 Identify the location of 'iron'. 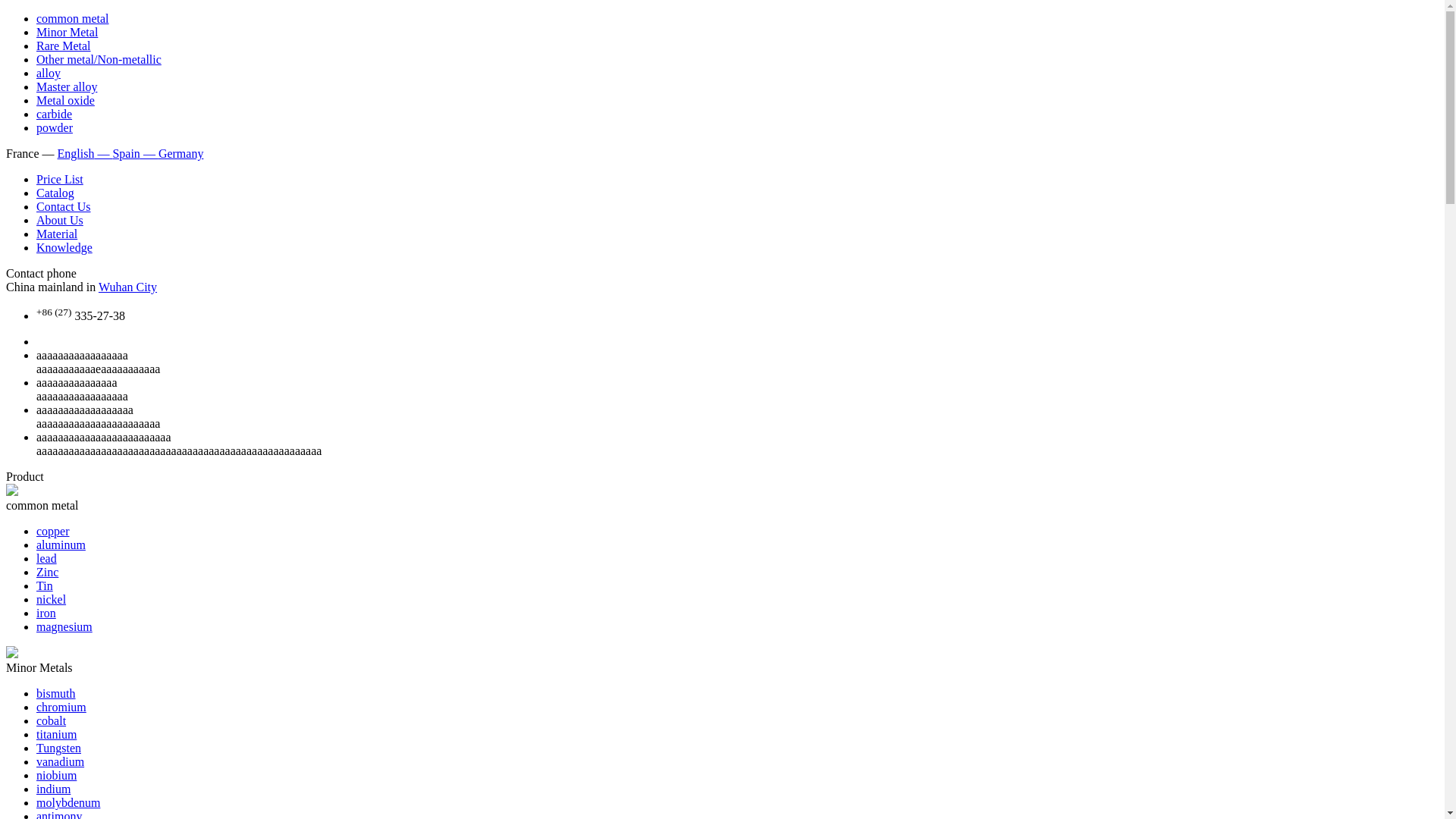
(46, 612).